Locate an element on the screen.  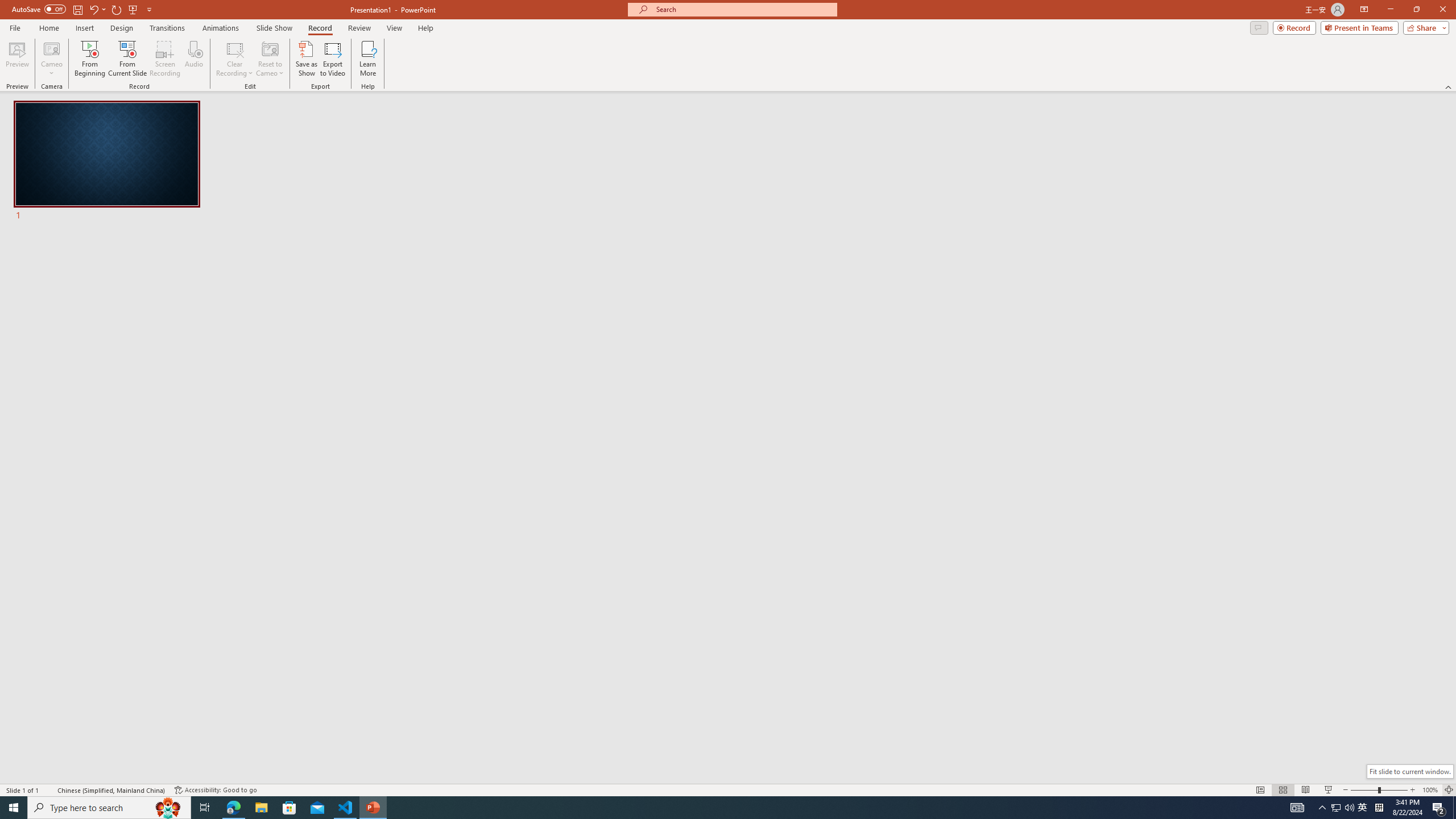
'Accessibility Checker Accessibility: Good to go' is located at coordinates (216, 790).